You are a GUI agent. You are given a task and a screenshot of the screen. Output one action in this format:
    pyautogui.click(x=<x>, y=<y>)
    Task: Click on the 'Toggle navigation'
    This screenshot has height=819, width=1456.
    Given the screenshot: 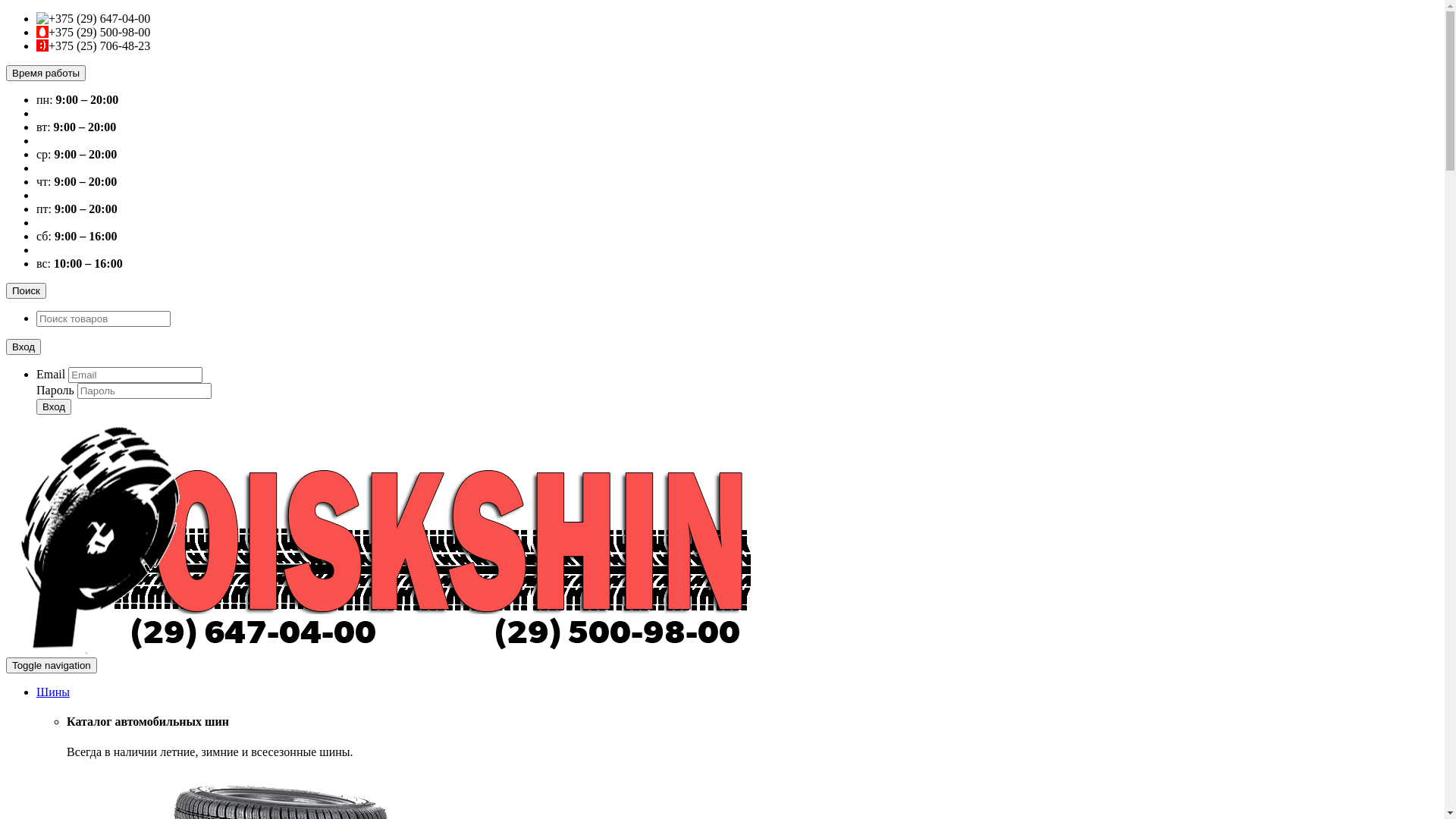 What is the action you would take?
    pyautogui.click(x=6, y=664)
    